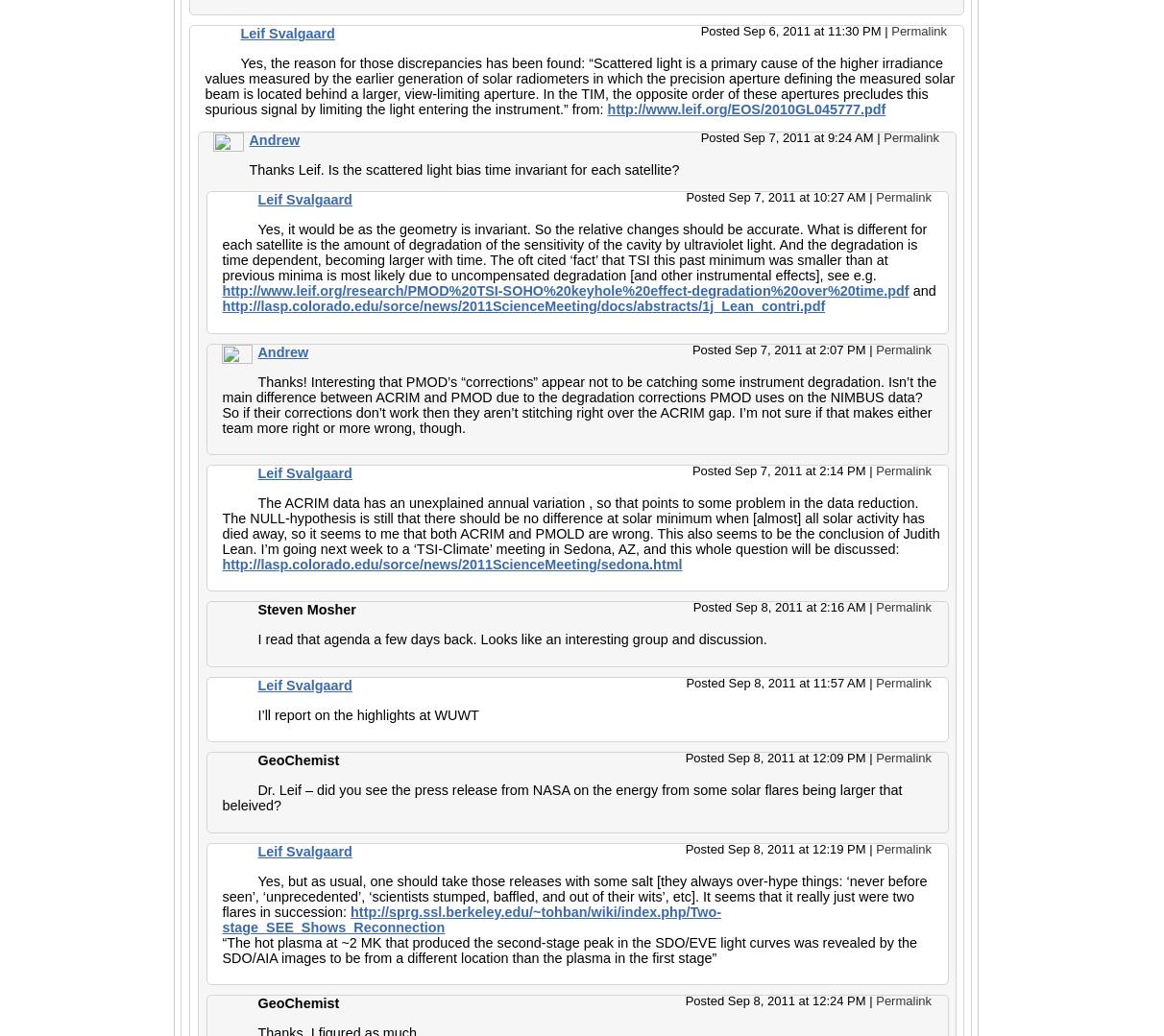  What do you see at coordinates (579, 85) in the screenshot?
I see `'Yes, the reason for those discrepancies has been found: “Scattered light is a primary cause of the higher irradiance values measured by the earlier generation of solar radiometers in which the precision aperture defining the measured solar beam is located behind a larger, view‐limiting aperture. In the TIM, the opposite order of these apertures precludes this spurious signal by limiting the light entering the instrument.” from:'` at bounding box center [579, 85].